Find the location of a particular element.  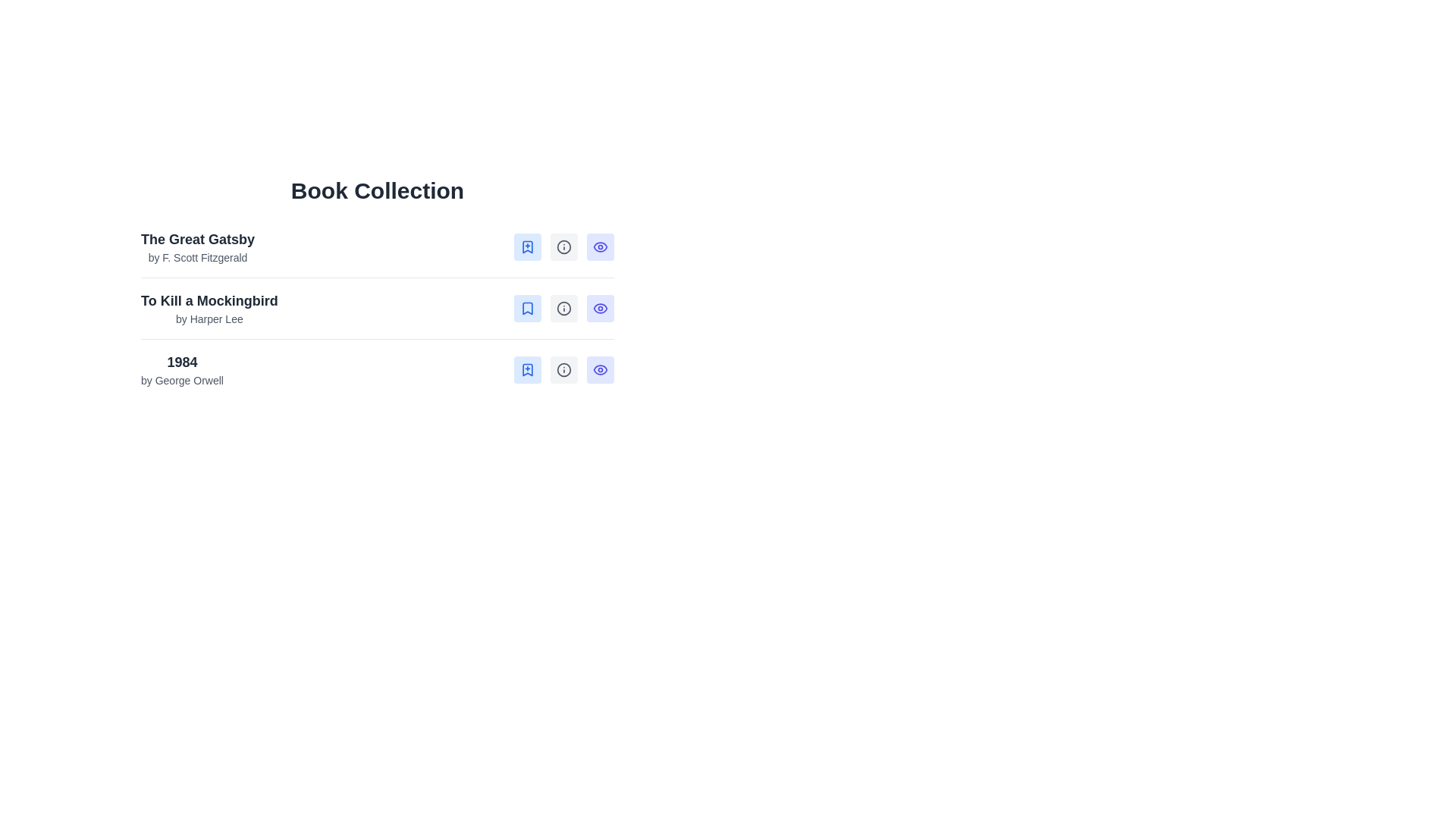

the circular outline component of the 'info' icon button in the third row of the 'Book Collection' list for the book titled '1984' is located at coordinates (563, 370).